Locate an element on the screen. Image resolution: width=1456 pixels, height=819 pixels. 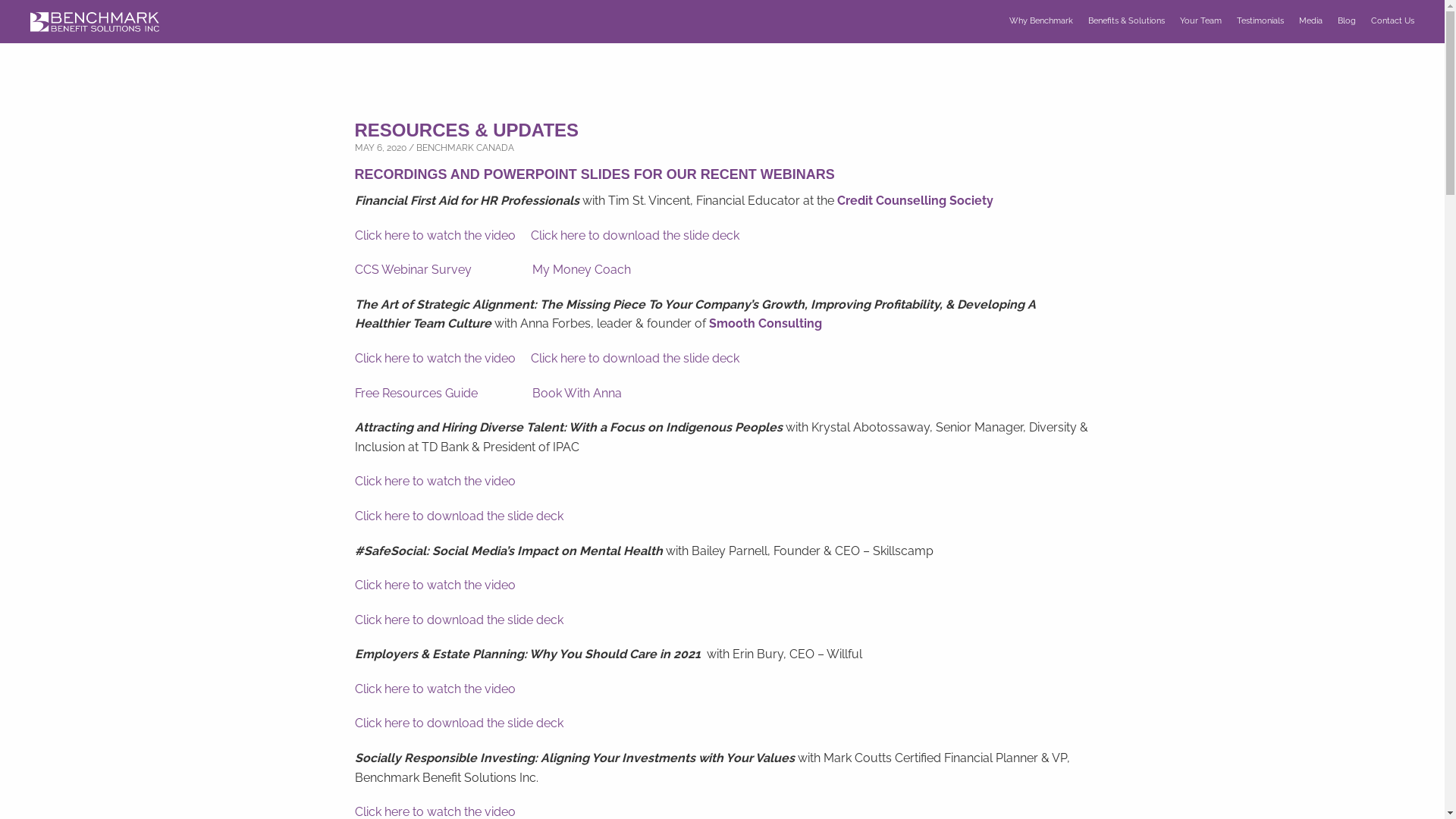
'Smooth Consulting' is located at coordinates (764, 322).